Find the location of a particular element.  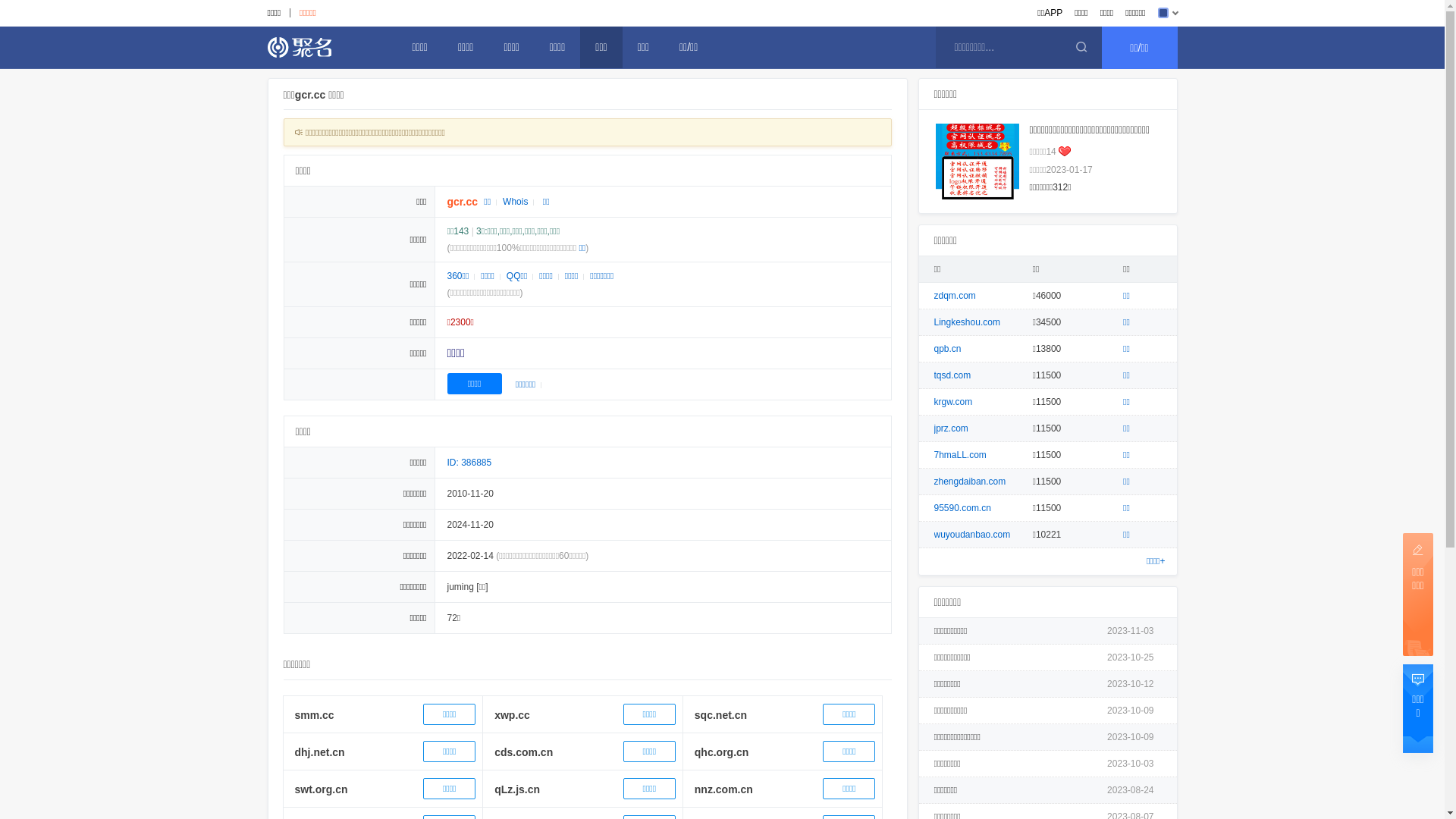

'jprz.com' is located at coordinates (950, 428).